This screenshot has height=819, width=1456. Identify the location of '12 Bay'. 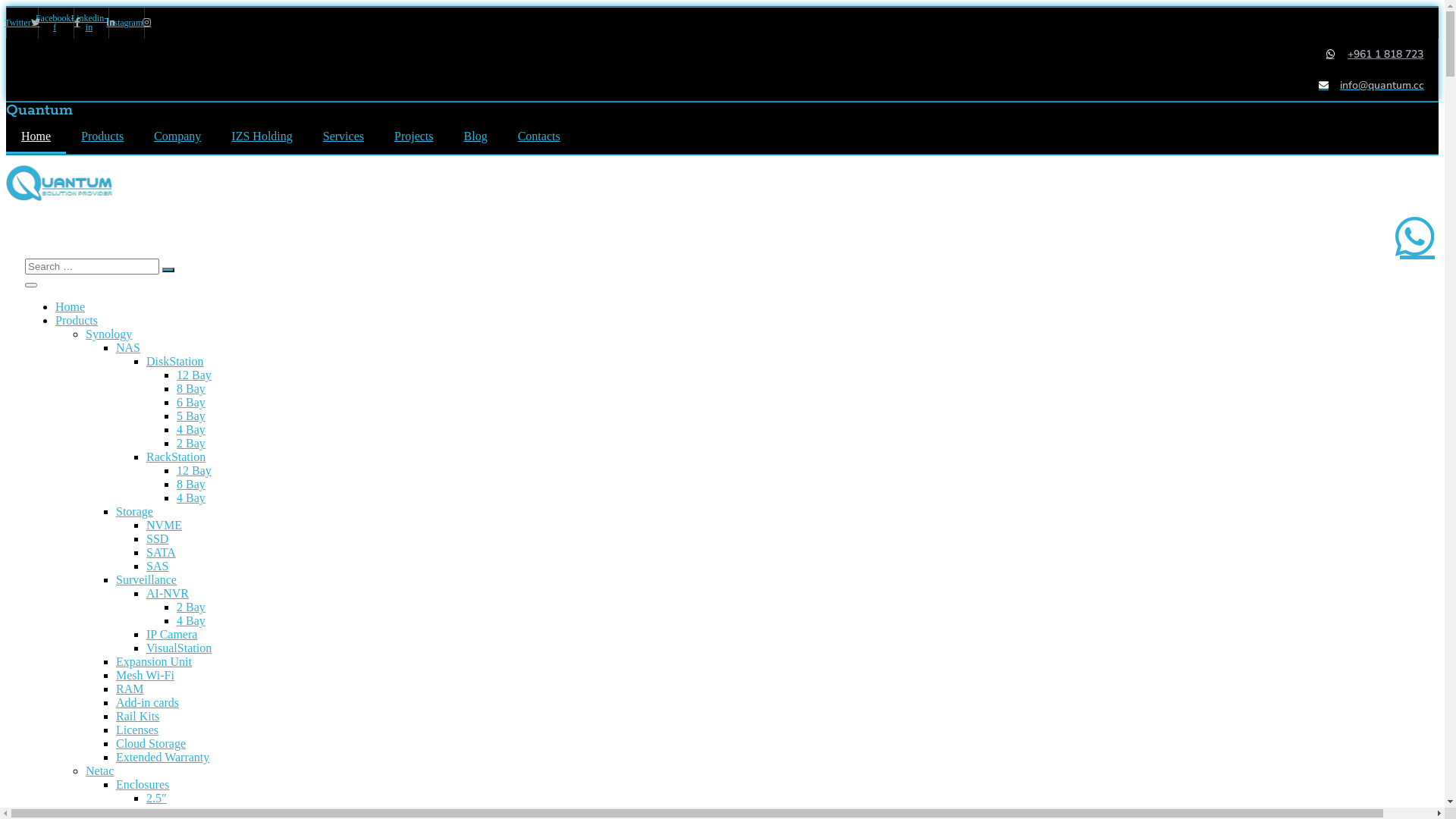
(193, 375).